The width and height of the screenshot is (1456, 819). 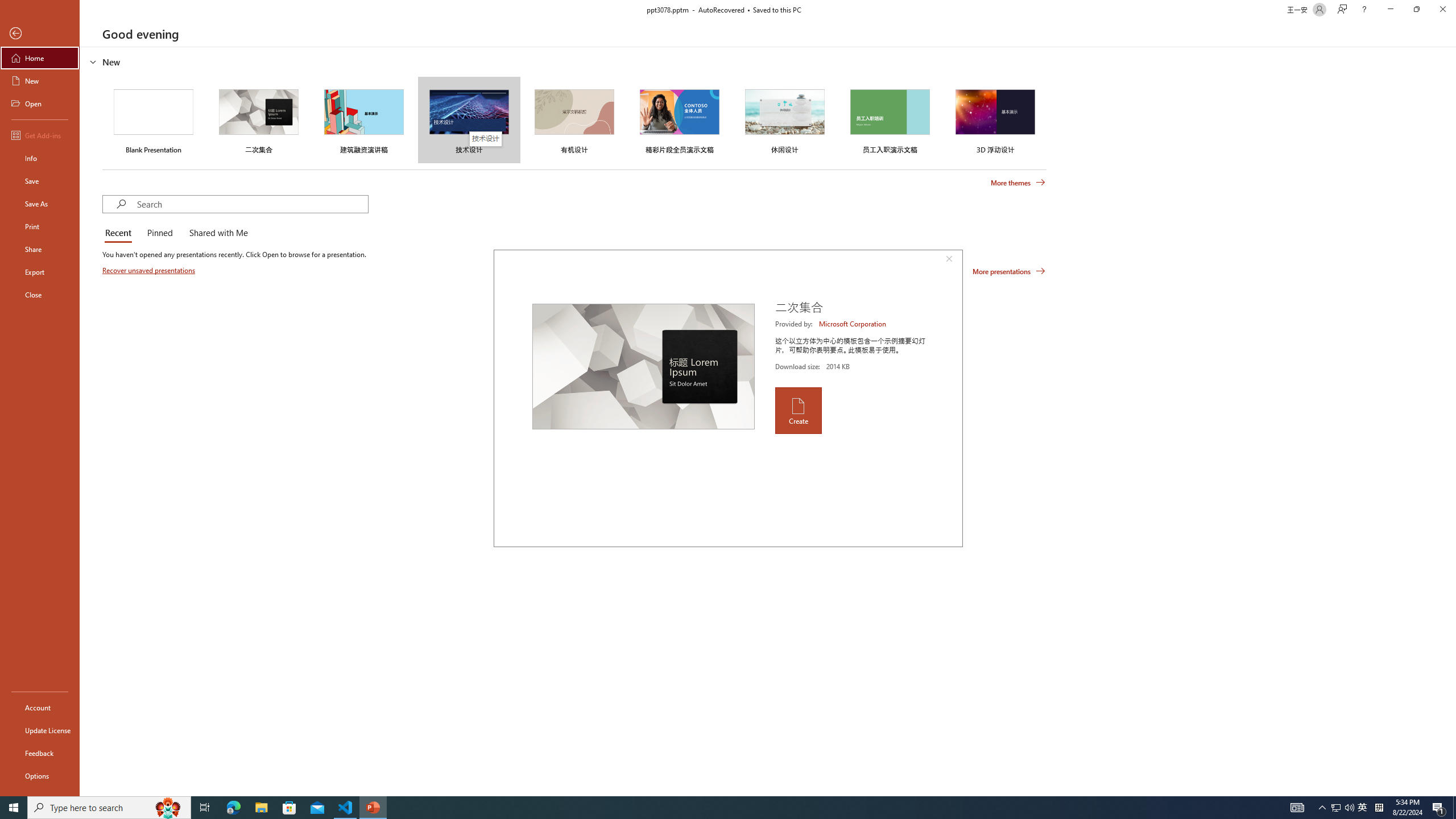 What do you see at coordinates (797, 410) in the screenshot?
I see `'Create'` at bounding box center [797, 410].